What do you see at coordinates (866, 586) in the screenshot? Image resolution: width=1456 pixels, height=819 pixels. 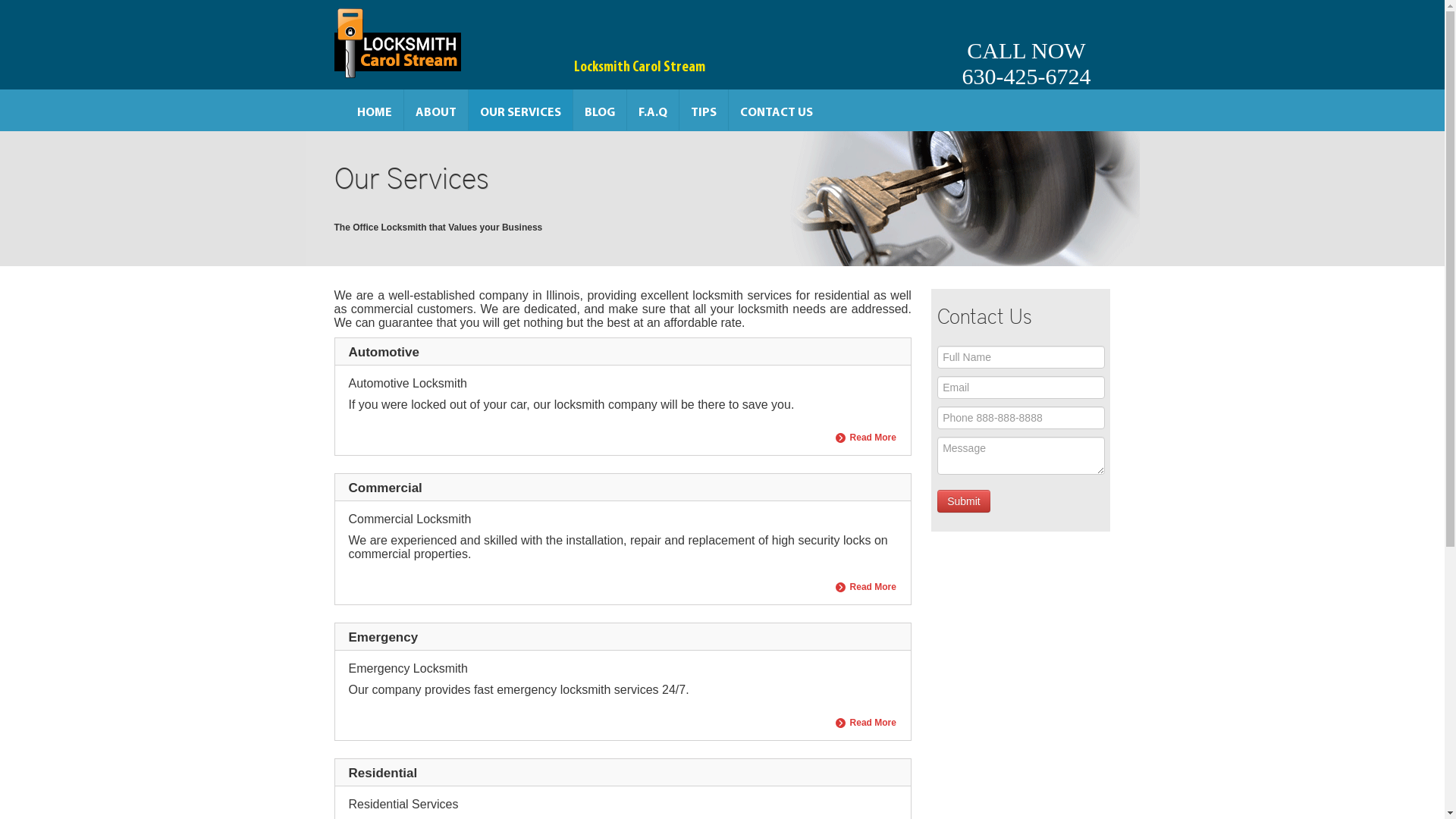 I see `'Read More'` at bounding box center [866, 586].